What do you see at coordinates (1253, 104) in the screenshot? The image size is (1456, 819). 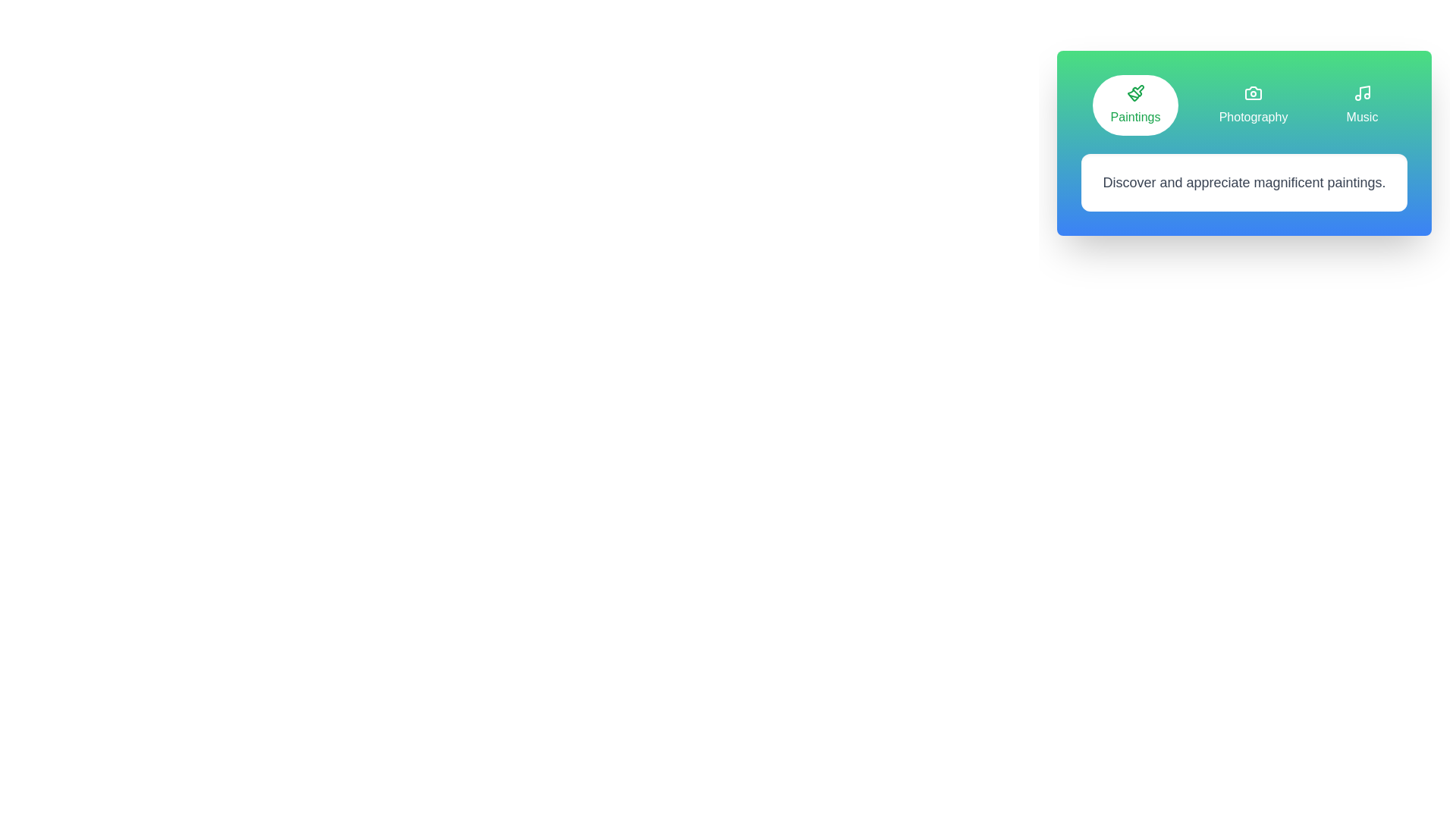 I see `the Photography tab to view its content` at bounding box center [1253, 104].